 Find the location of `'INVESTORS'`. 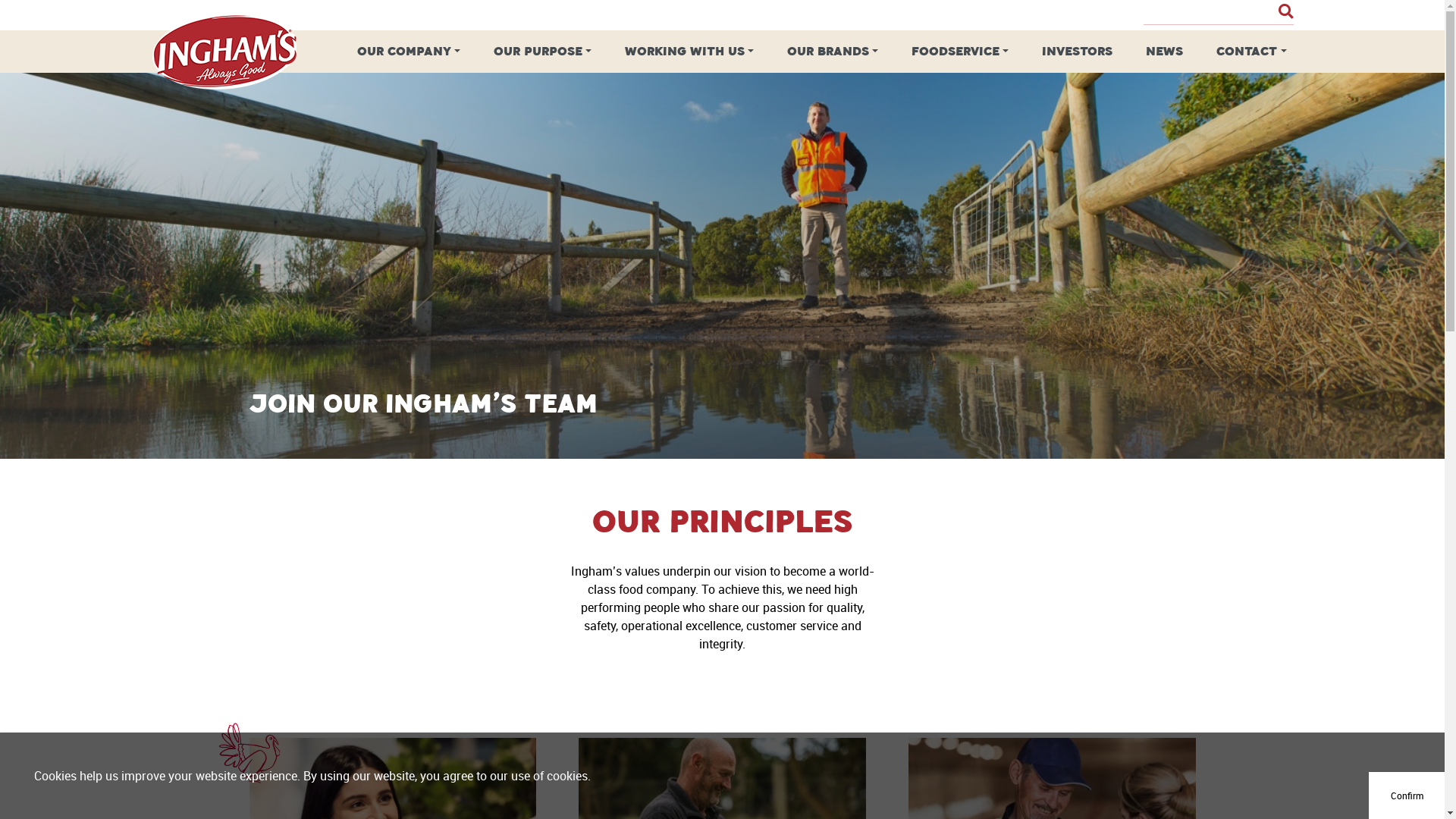

'INVESTORS' is located at coordinates (1076, 51).